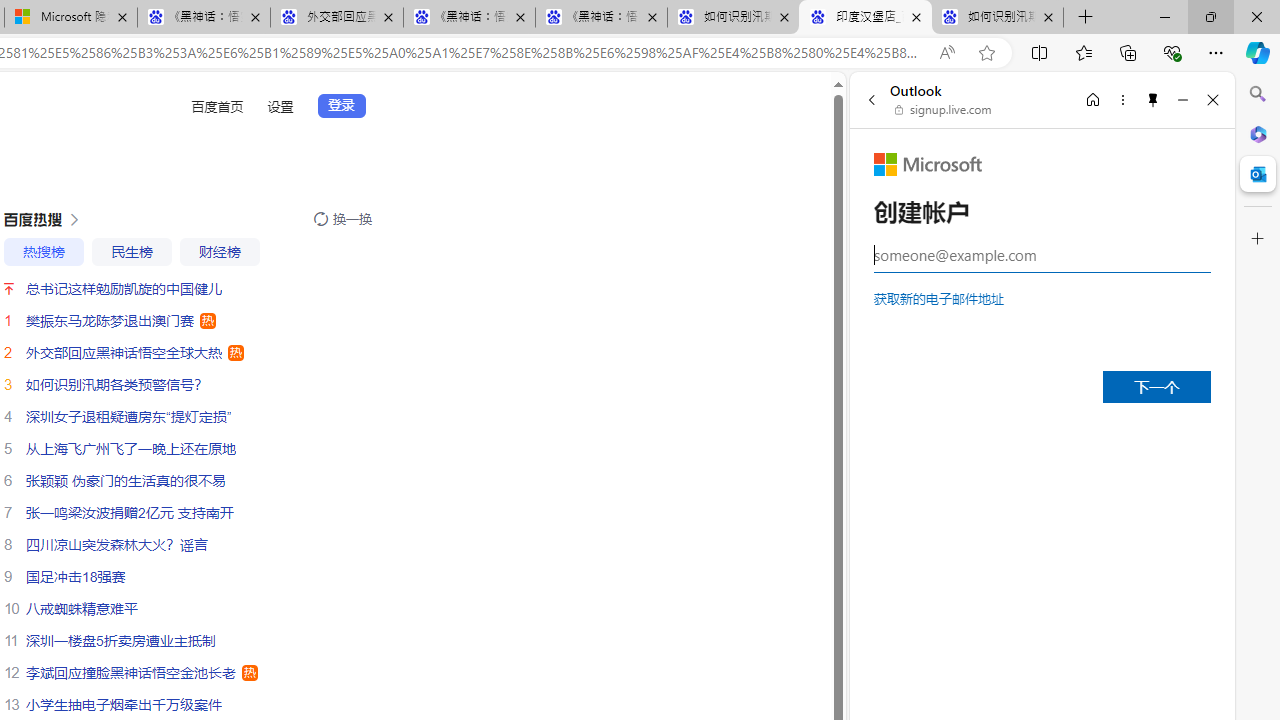  Describe the element at coordinates (927, 163) in the screenshot. I see `'Microsoft'` at that location.